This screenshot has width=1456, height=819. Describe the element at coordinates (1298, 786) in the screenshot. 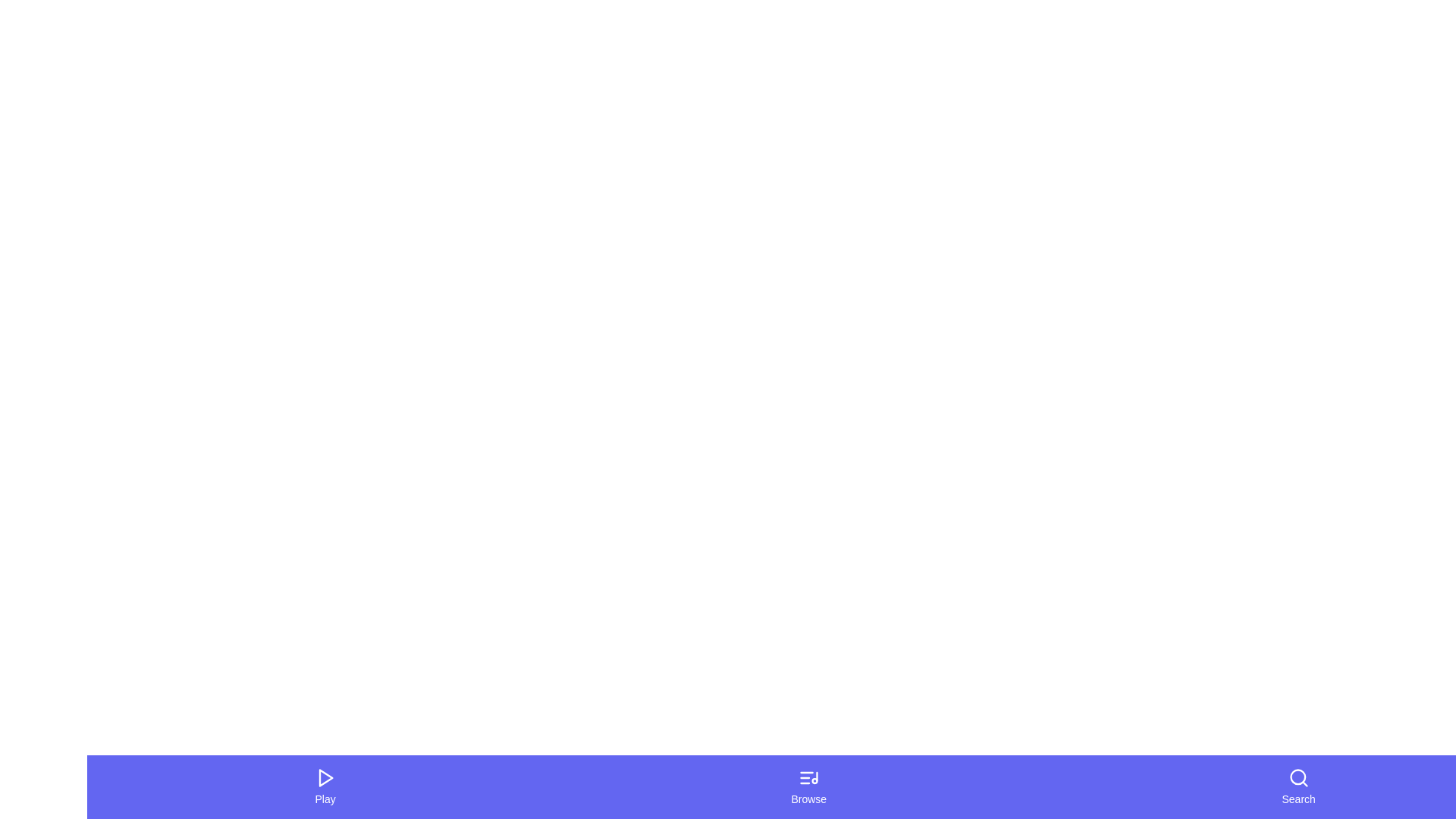

I see `the Search button in the bottom navigation bar` at that location.